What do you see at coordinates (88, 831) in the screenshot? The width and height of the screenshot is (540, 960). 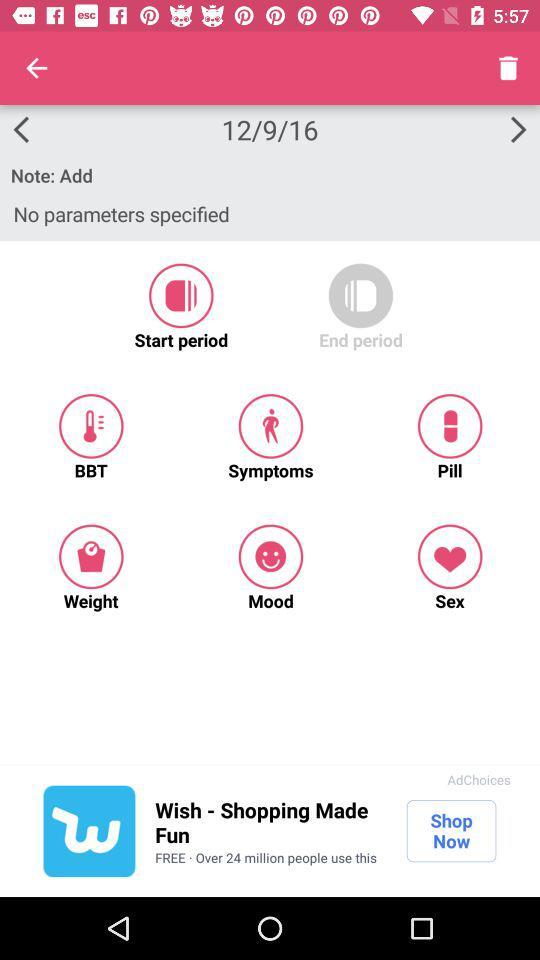 I see `open advertisement` at bounding box center [88, 831].